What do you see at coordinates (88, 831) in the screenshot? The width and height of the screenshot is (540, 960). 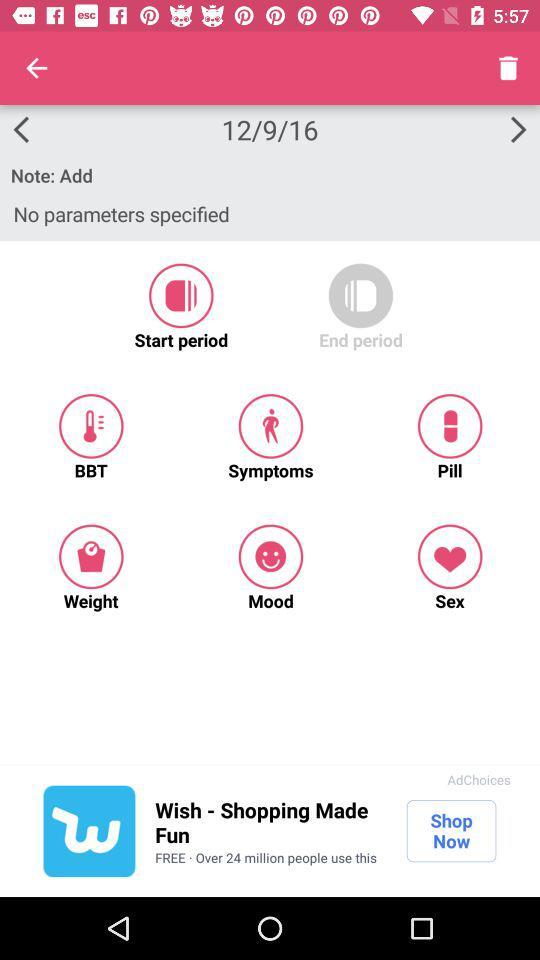 I see `open advertisement` at bounding box center [88, 831].